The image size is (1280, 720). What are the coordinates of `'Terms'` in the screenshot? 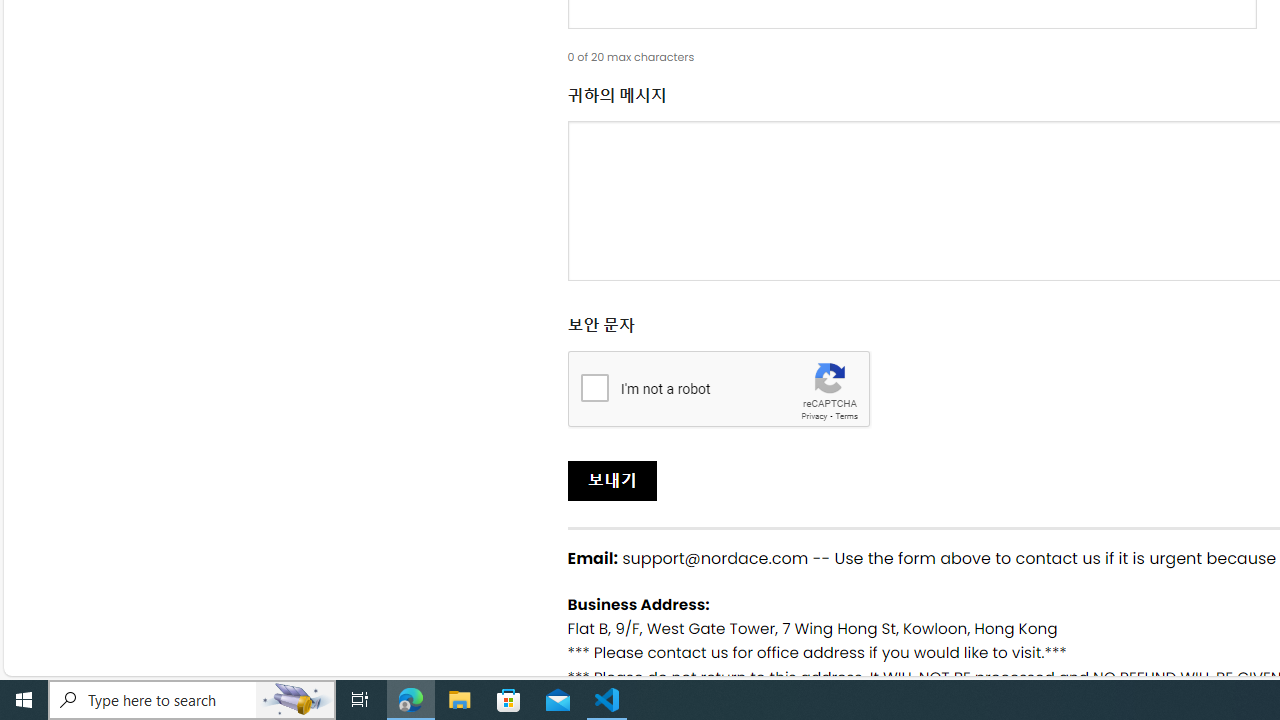 It's located at (846, 415).